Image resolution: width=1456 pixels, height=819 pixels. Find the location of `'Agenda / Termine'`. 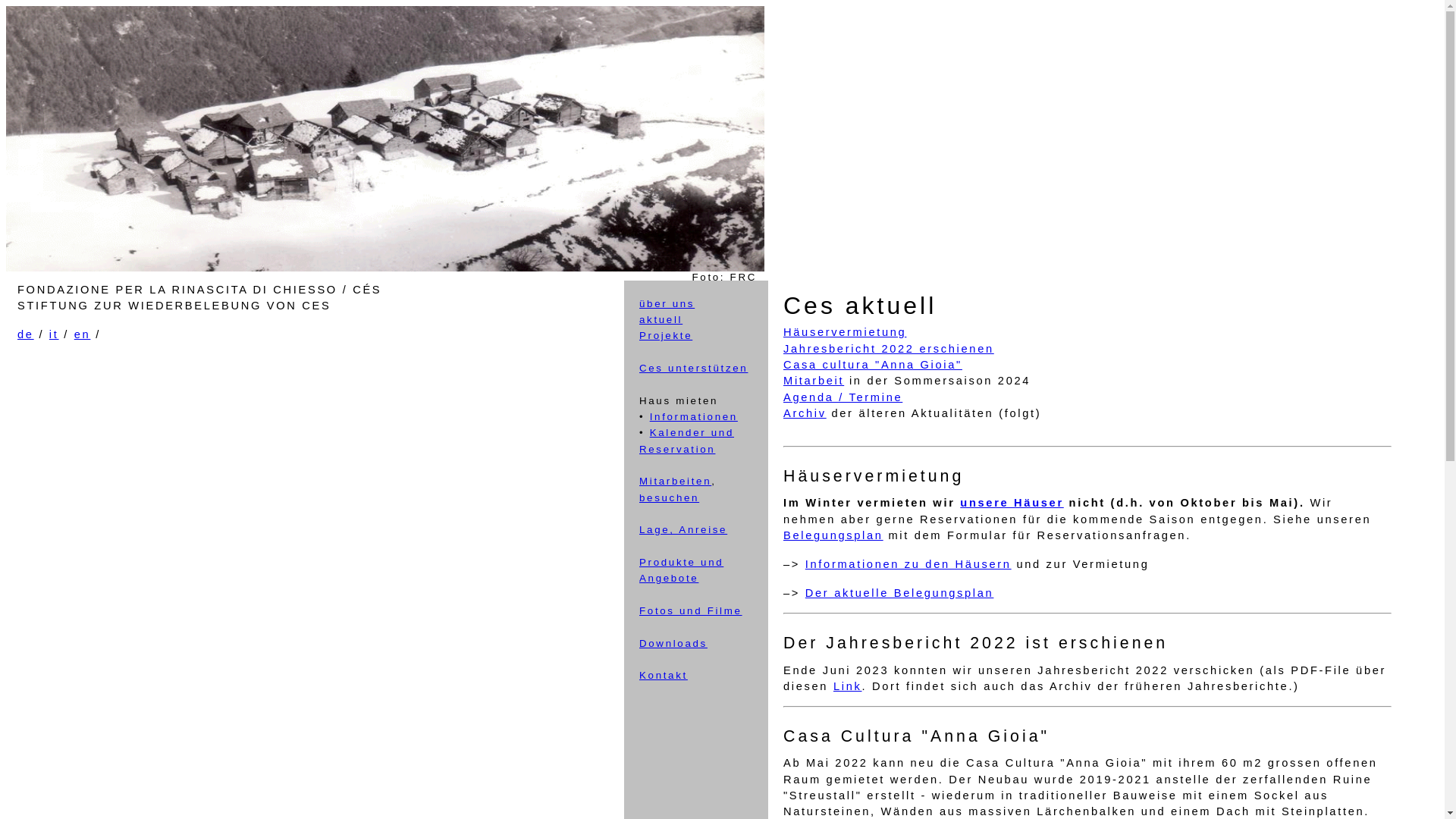

'Agenda / Termine' is located at coordinates (842, 397).